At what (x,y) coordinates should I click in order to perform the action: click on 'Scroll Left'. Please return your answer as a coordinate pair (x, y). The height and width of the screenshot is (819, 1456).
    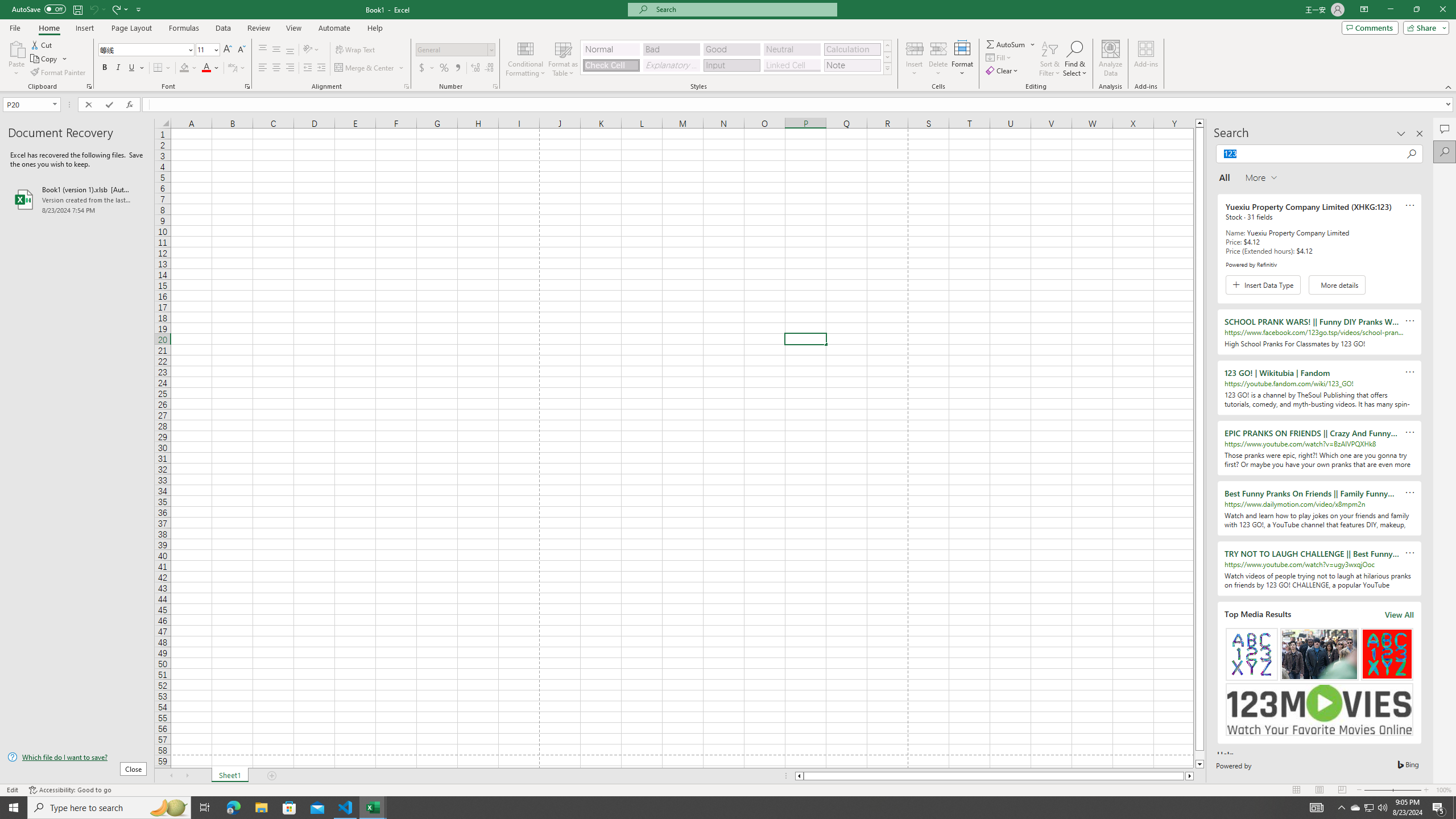
    Looking at the image, I should click on (170, 775).